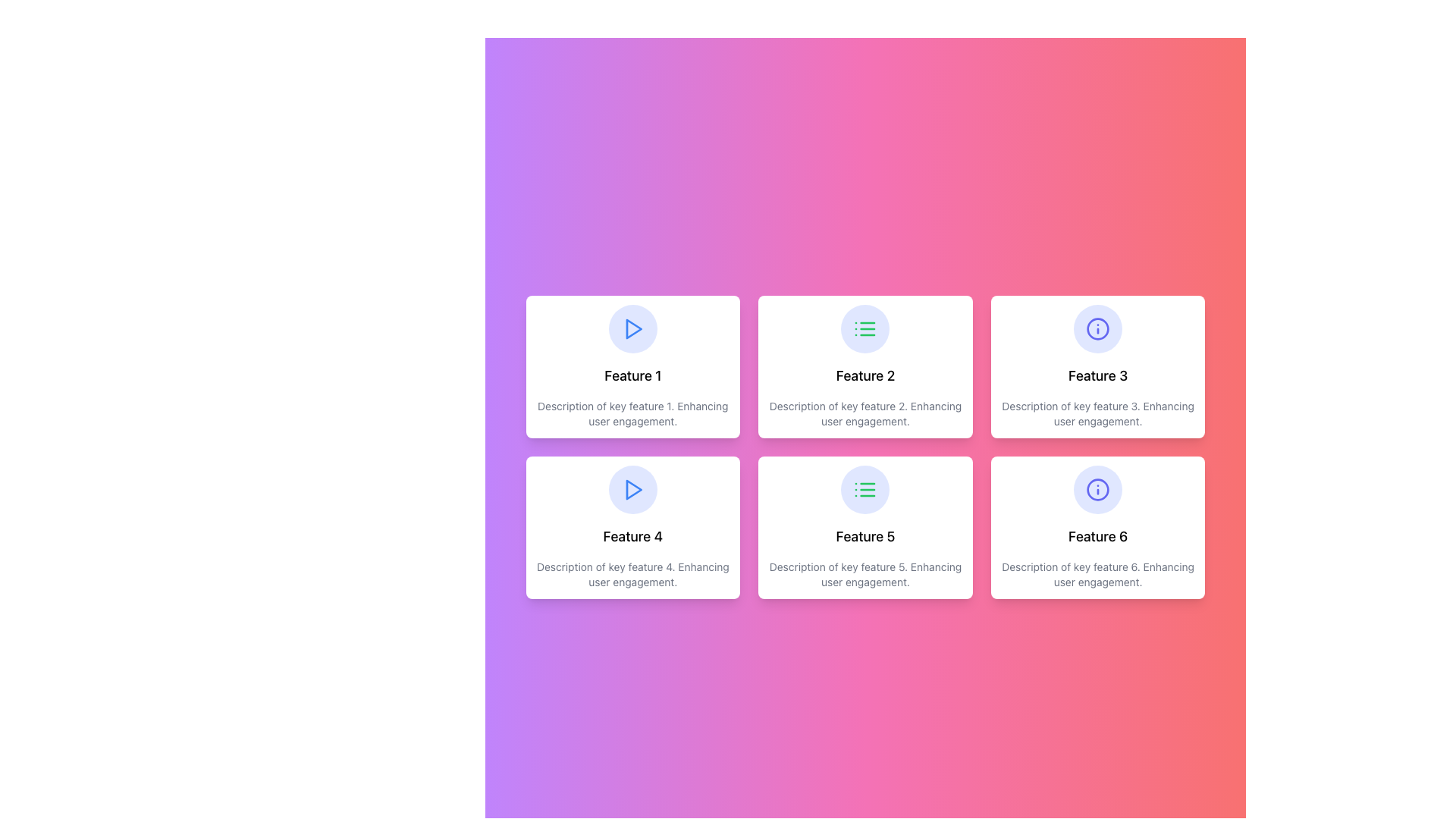  Describe the element at coordinates (1098, 575) in the screenshot. I see `text label that contains 'Description of key feature 6. Enhancing user engagement.' located inside the card labeled 'Feature 6' in the bottom right corner of the grid layout` at that location.